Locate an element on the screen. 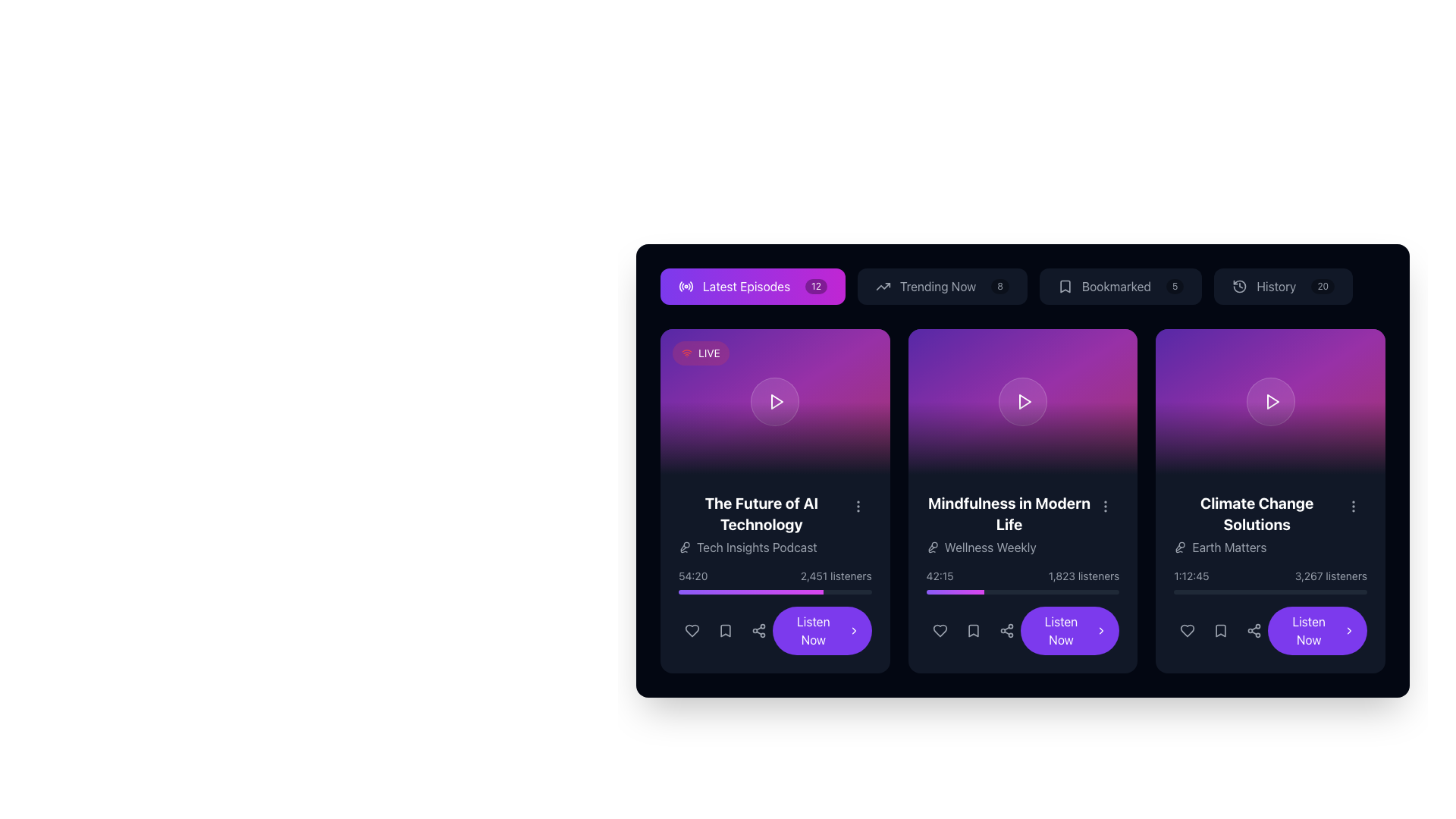 The width and height of the screenshot is (1456, 819). the bookmark icon button, which is the middle icon in a row of three located beneath the 'Mindfulness in Modern Life' card is located at coordinates (973, 631).